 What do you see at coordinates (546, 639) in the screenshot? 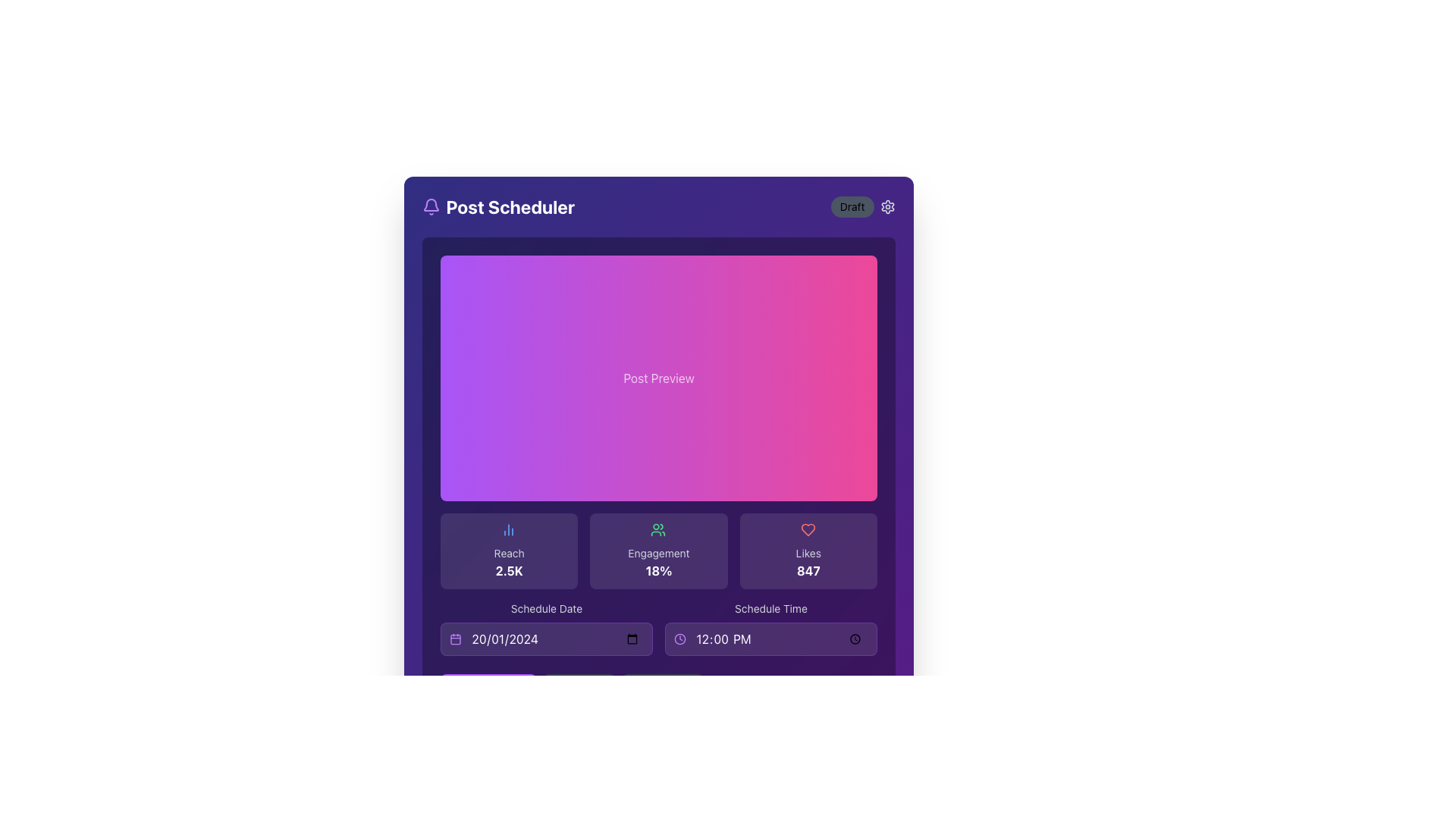
I see `the Date input field located near the bottom-left of the 'Schedule Date' section` at bounding box center [546, 639].